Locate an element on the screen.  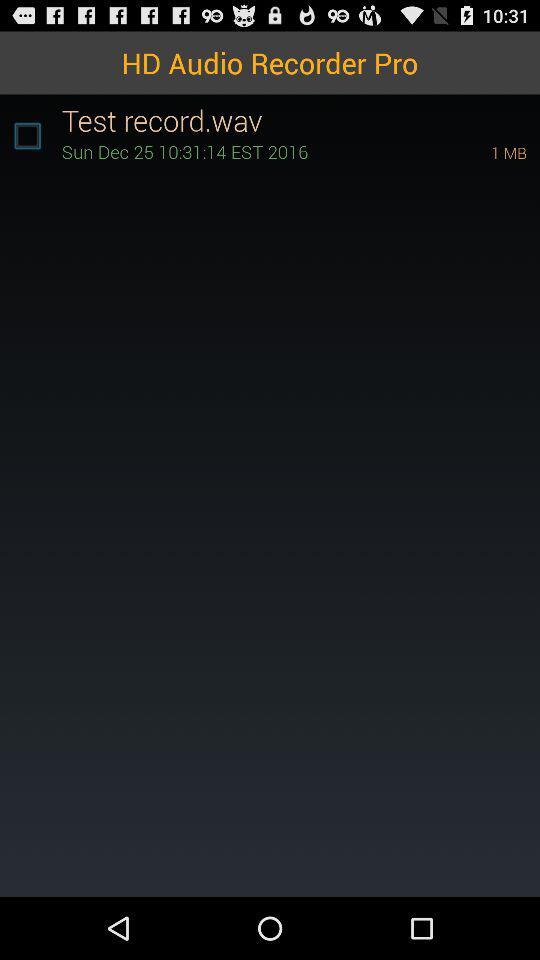
app below the test record.wav item is located at coordinates (248, 150).